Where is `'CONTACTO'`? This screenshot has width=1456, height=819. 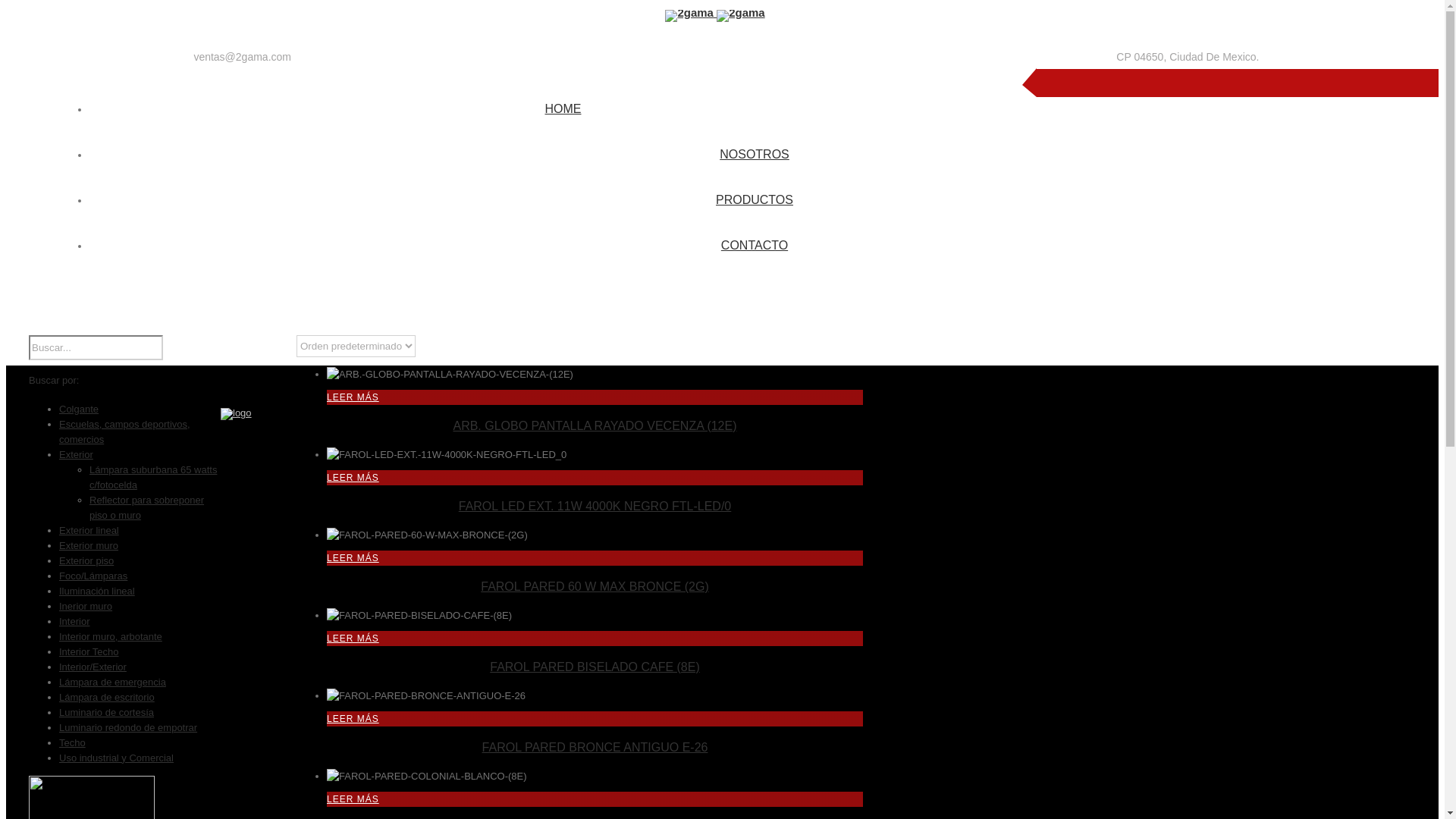 'CONTACTO' is located at coordinates (720, 243).